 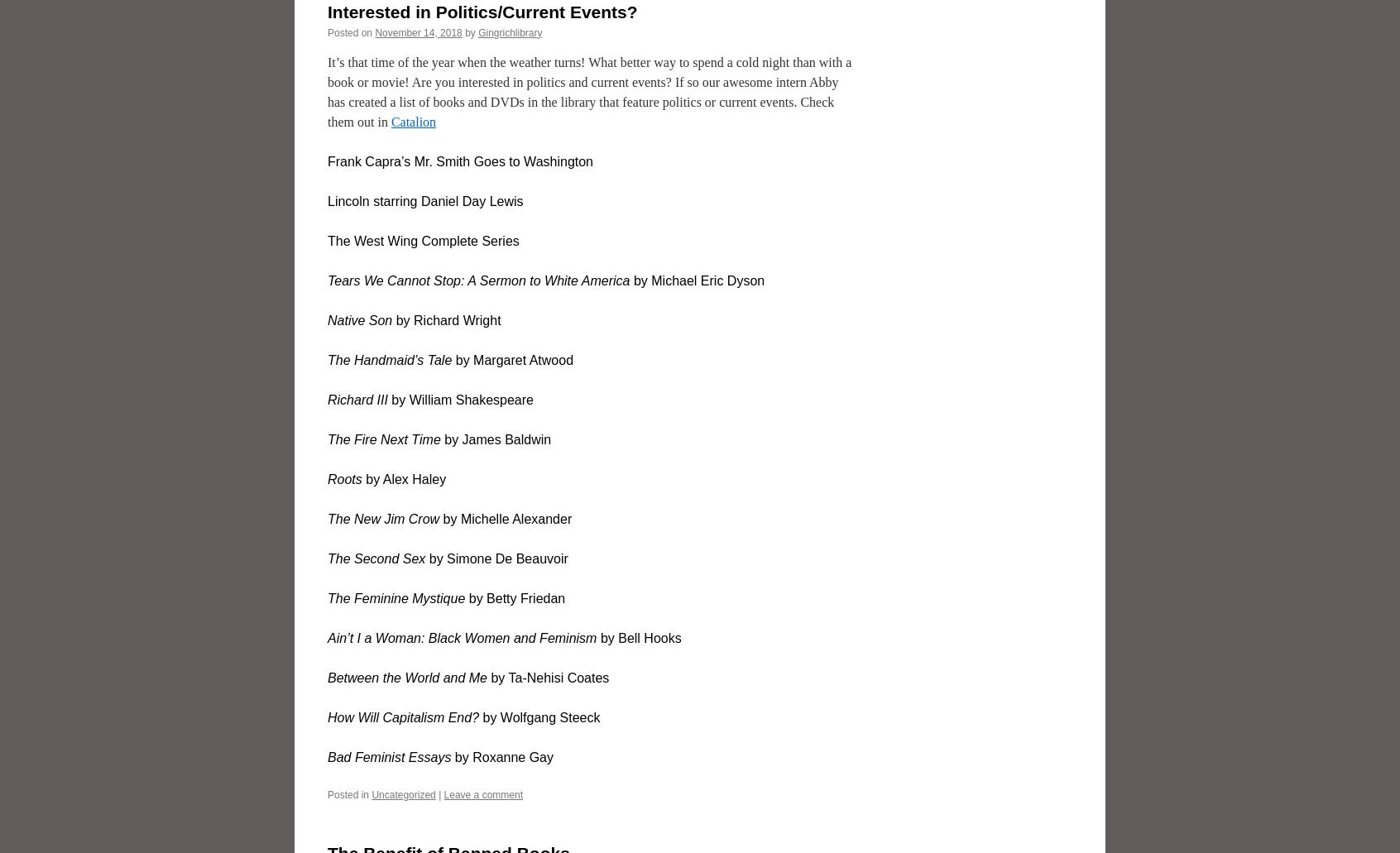 I want to click on 'The West Wing Complete Series', so click(x=423, y=240).